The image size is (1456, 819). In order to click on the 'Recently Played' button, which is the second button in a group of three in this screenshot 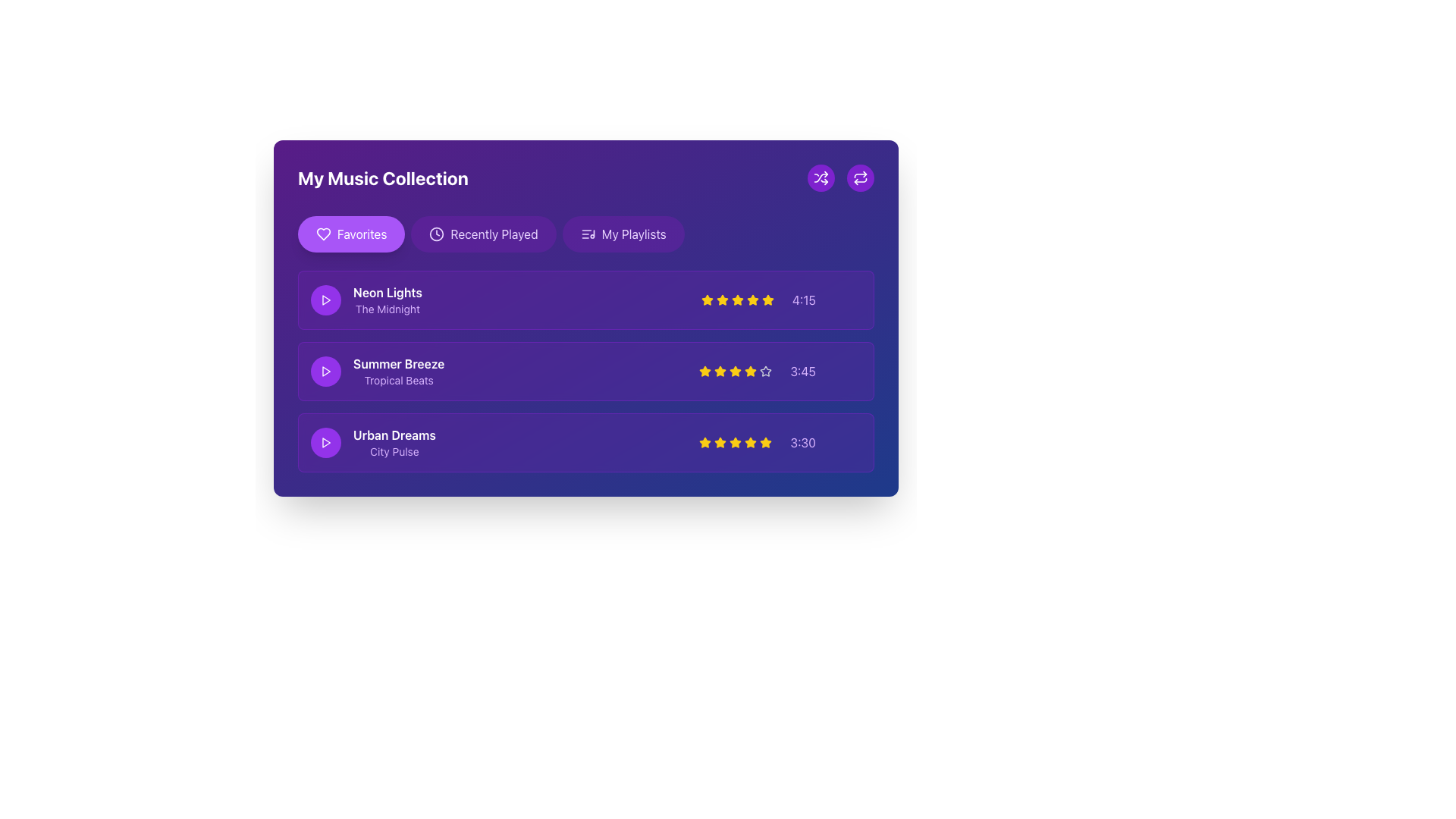, I will do `click(483, 234)`.